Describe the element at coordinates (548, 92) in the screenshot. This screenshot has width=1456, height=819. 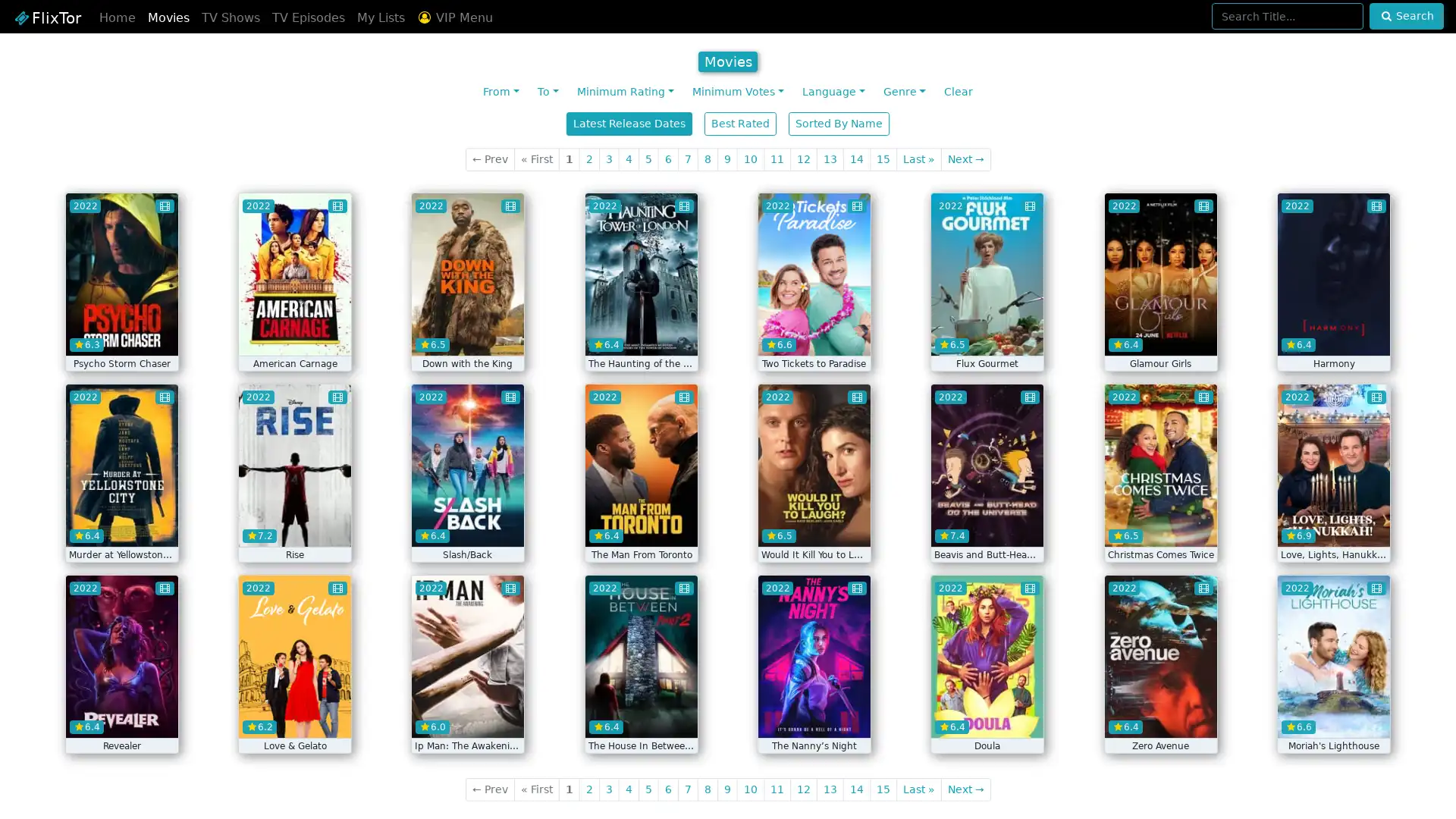
I see `To` at that location.